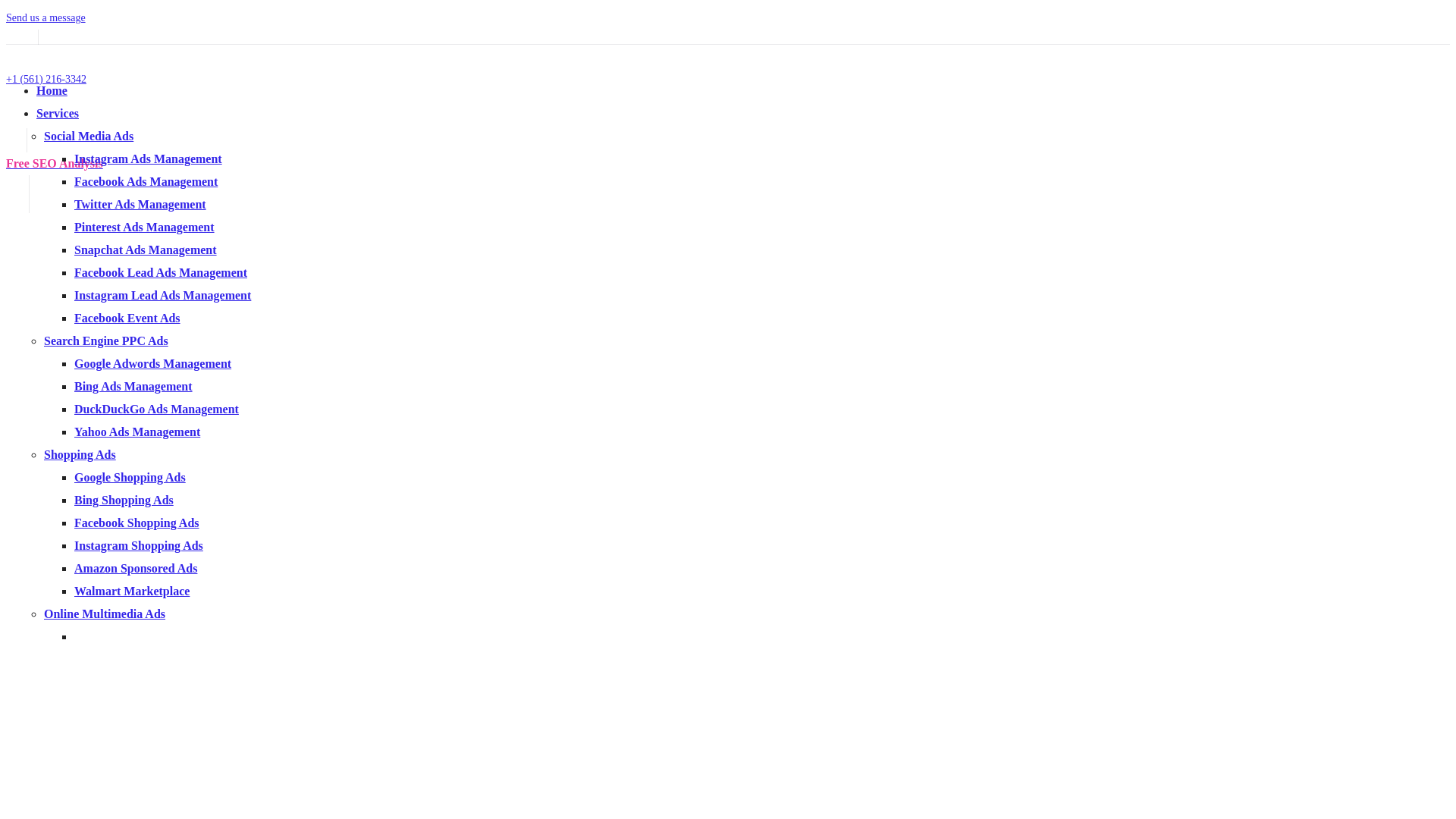  Describe the element at coordinates (87, 135) in the screenshot. I see `'Social Media Ads'` at that location.